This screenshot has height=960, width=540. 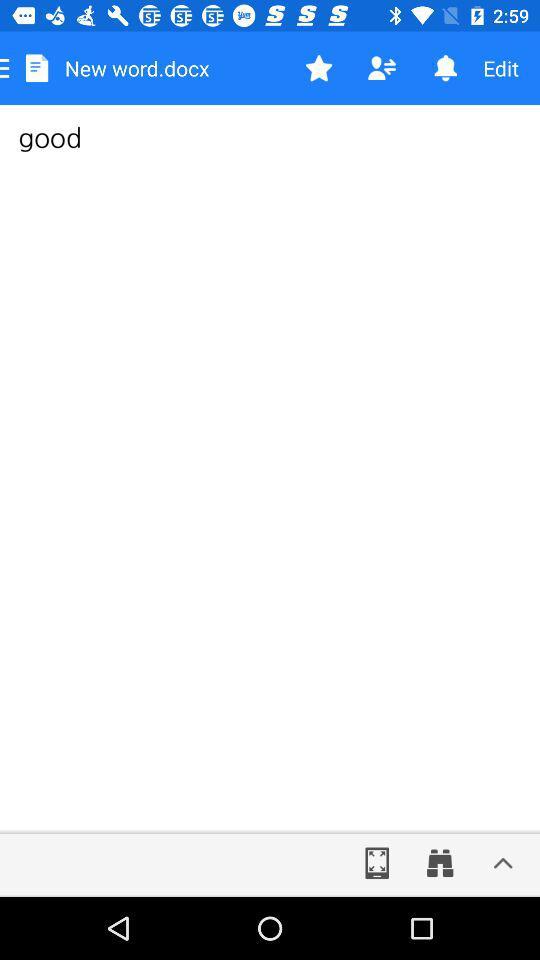 I want to click on expand to full screen, so click(x=377, y=862).